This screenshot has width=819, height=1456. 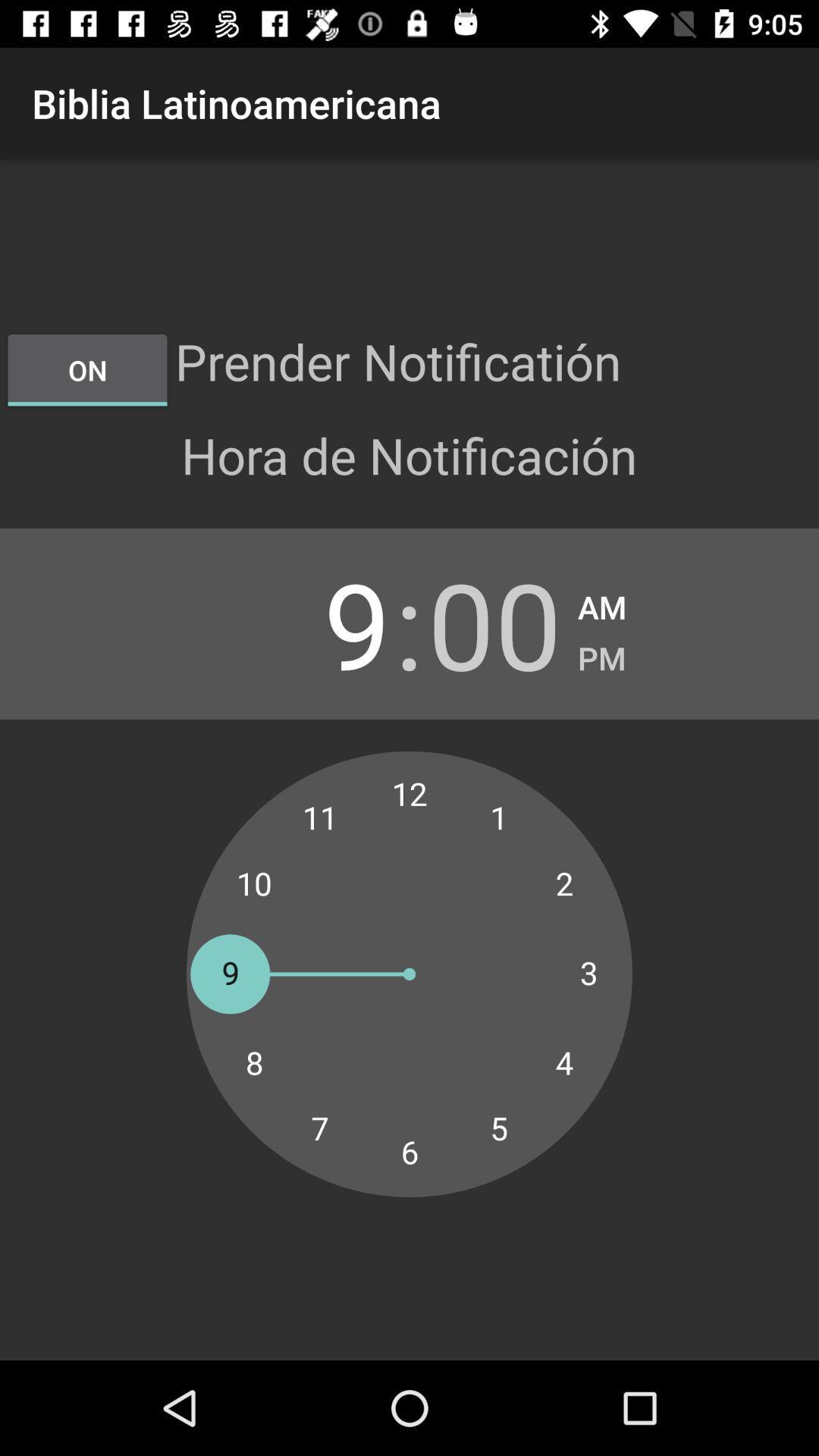 What do you see at coordinates (601, 654) in the screenshot?
I see `checkbox below the am` at bounding box center [601, 654].